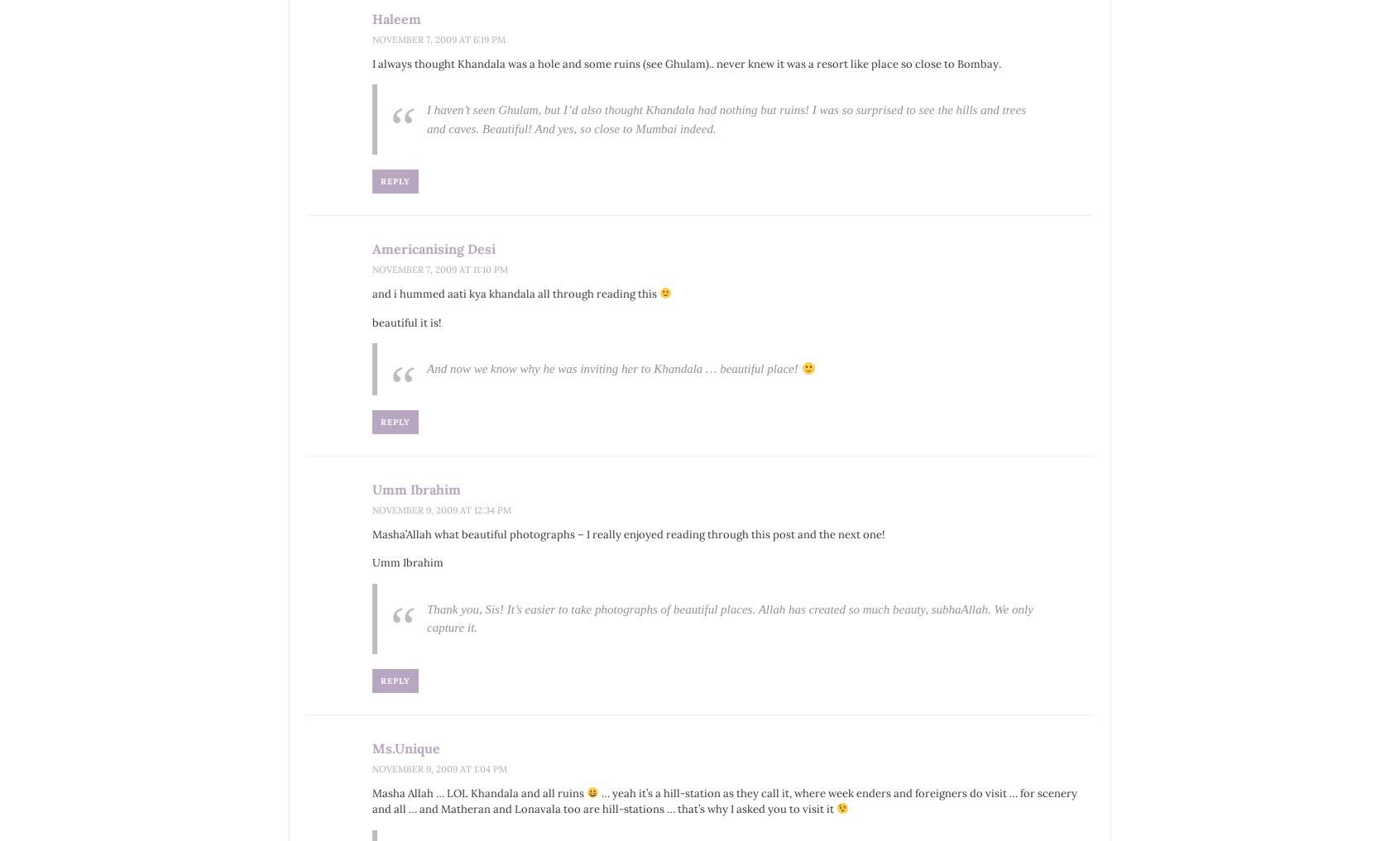 The width and height of the screenshot is (1400, 841). I want to click on 'Masha’Allah what beautiful photographs – I really enjoyed reading through this post and the next one!', so click(372, 533).